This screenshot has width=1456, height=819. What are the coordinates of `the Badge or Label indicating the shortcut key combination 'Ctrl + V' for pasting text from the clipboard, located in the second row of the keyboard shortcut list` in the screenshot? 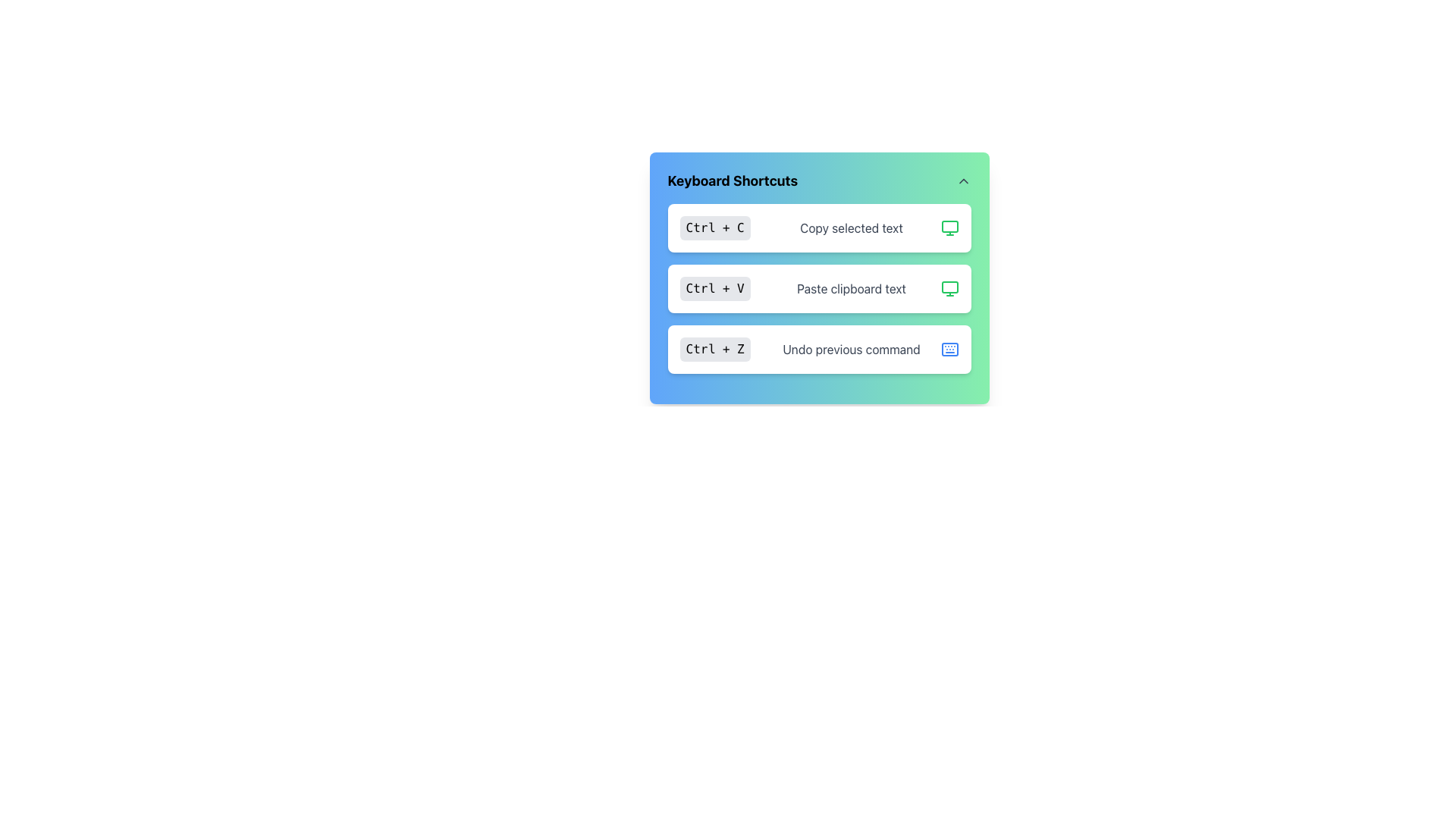 It's located at (714, 289).